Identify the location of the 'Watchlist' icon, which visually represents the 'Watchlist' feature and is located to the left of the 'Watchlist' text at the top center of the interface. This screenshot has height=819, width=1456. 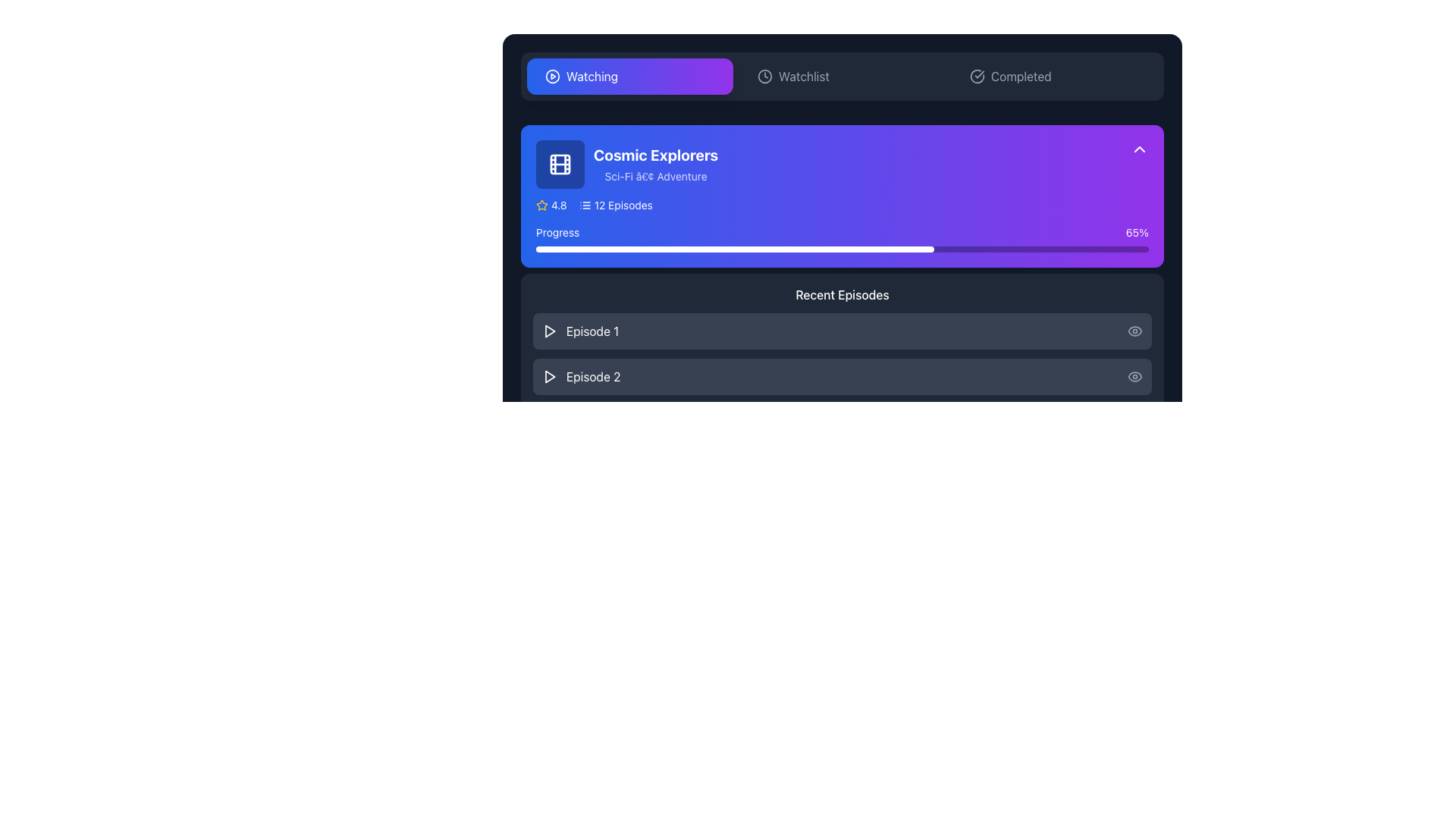
(764, 76).